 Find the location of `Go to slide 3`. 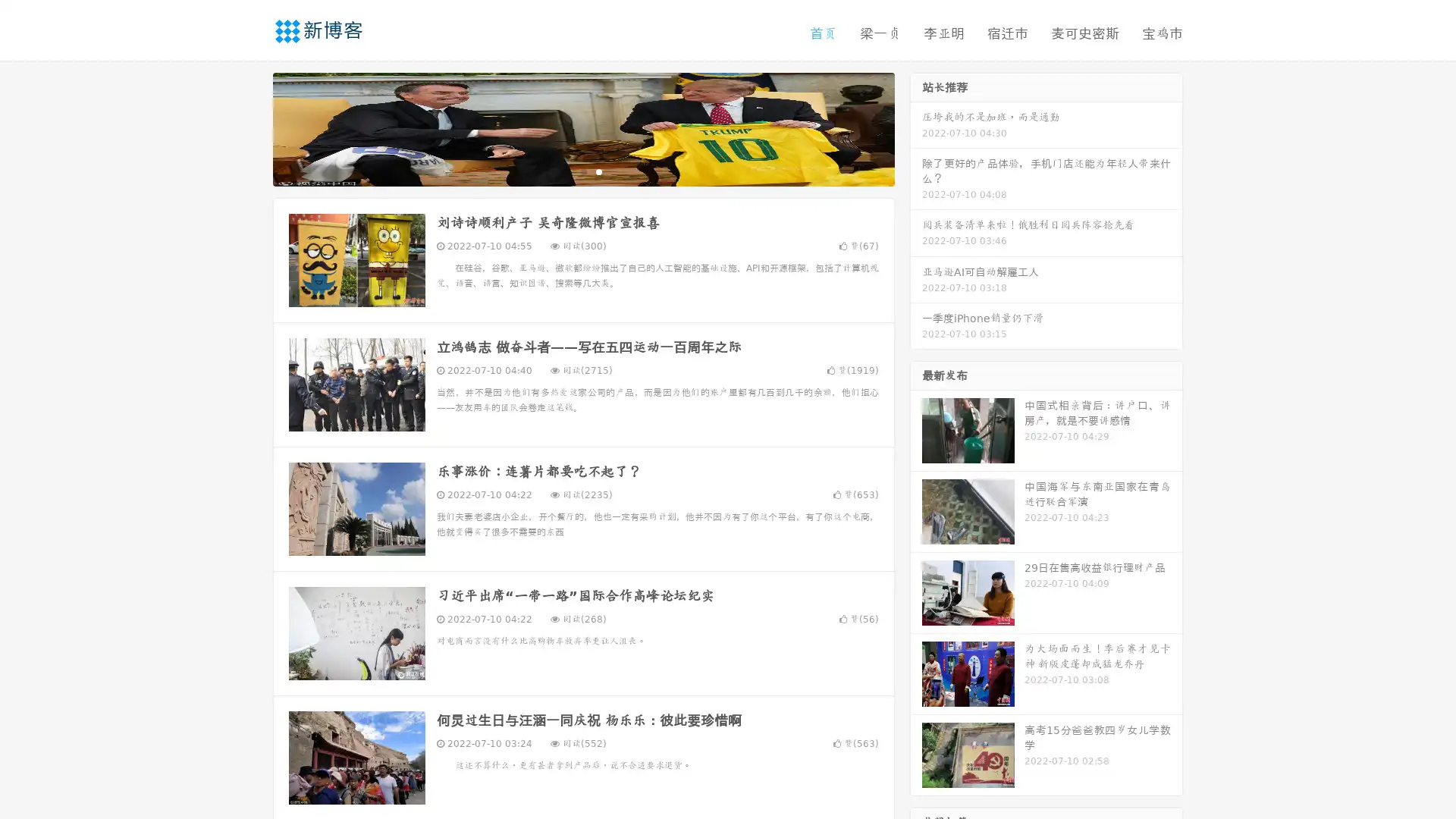

Go to slide 3 is located at coordinates (598, 171).